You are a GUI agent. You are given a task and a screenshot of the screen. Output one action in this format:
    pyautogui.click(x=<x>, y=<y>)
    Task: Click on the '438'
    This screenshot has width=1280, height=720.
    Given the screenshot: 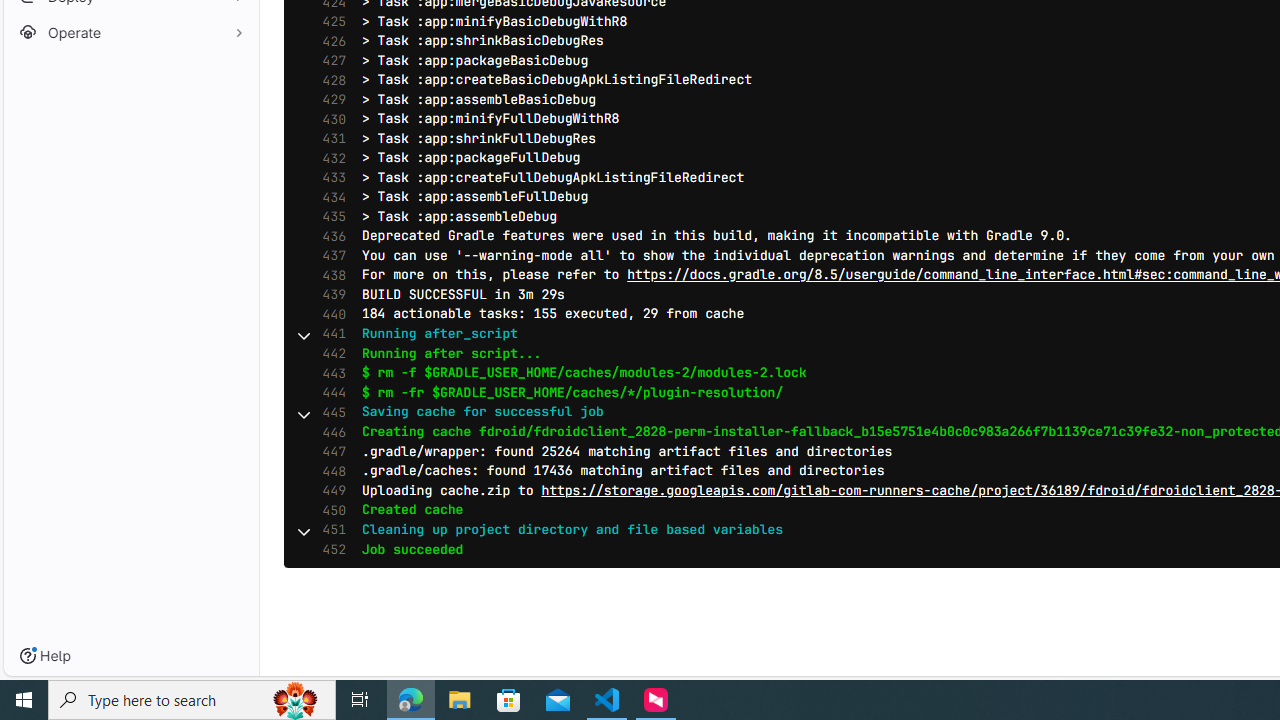 What is the action you would take?
    pyautogui.click(x=329, y=275)
    